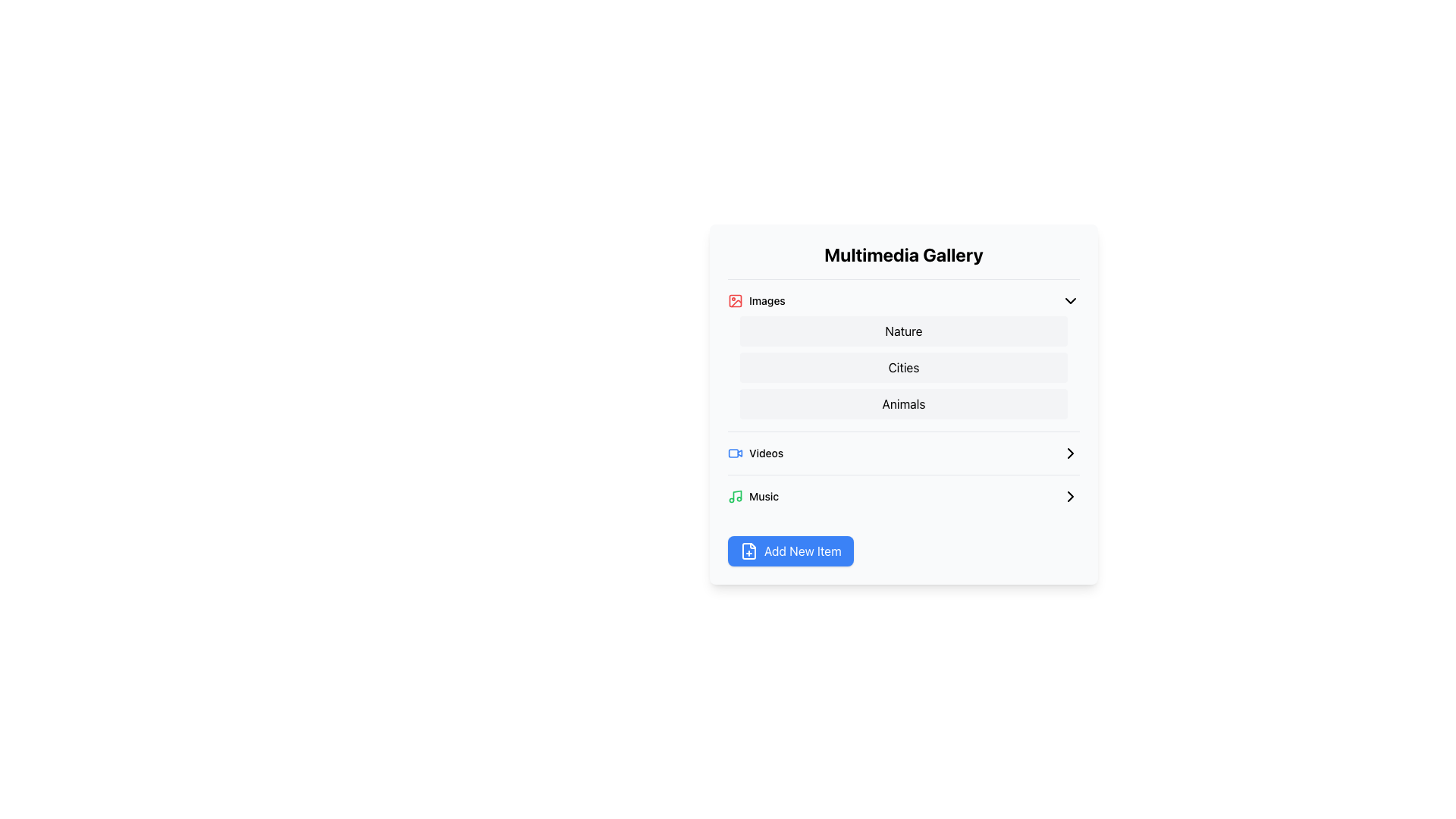 This screenshot has height=819, width=1456. What do you see at coordinates (735, 301) in the screenshot?
I see `the icon representing the 'Images' category located in the 'Multimedia Gallery' section` at bounding box center [735, 301].